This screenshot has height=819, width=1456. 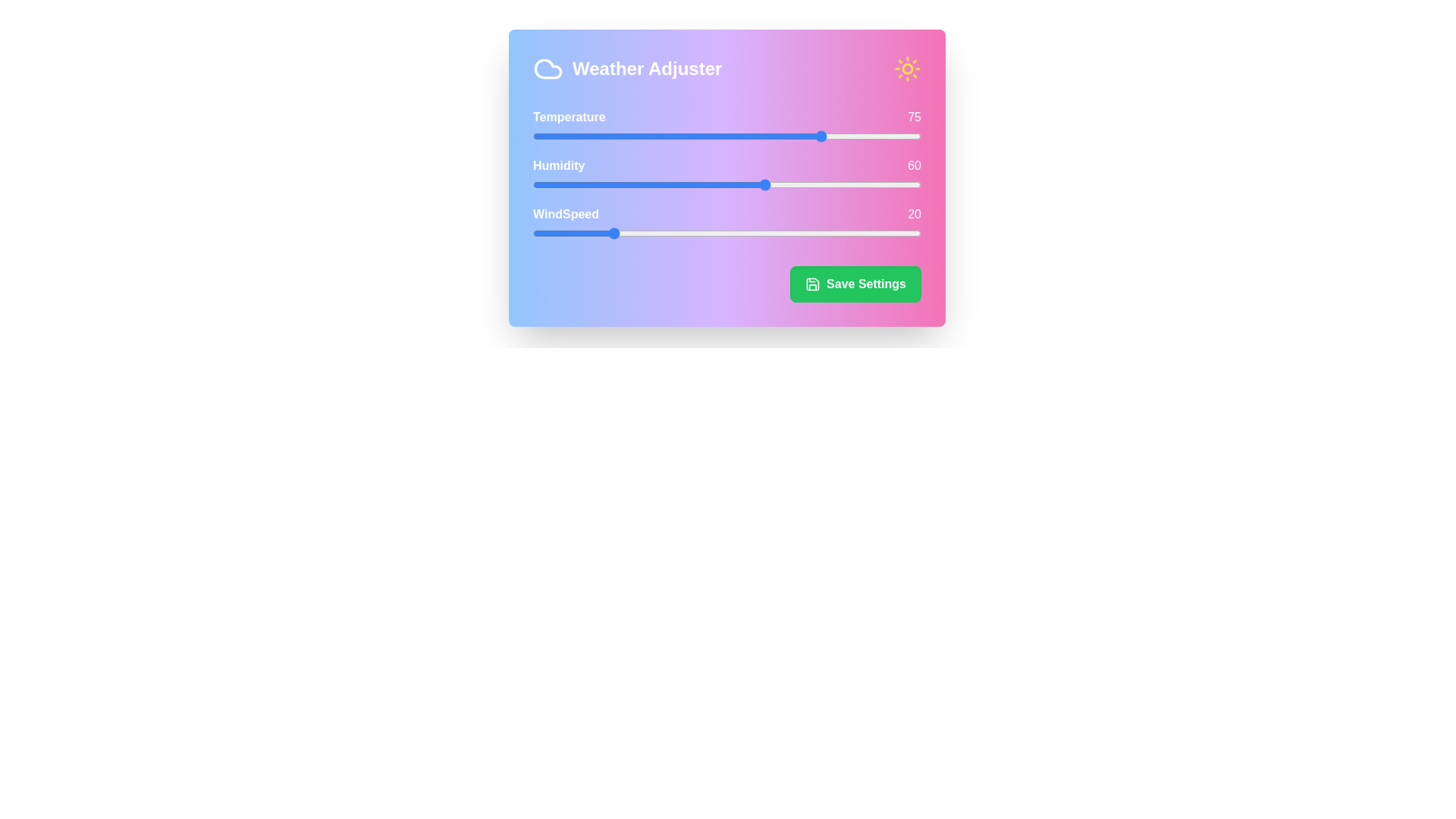 What do you see at coordinates (789, 184) in the screenshot?
I see `the humidity` at bounding box center [789, 184].